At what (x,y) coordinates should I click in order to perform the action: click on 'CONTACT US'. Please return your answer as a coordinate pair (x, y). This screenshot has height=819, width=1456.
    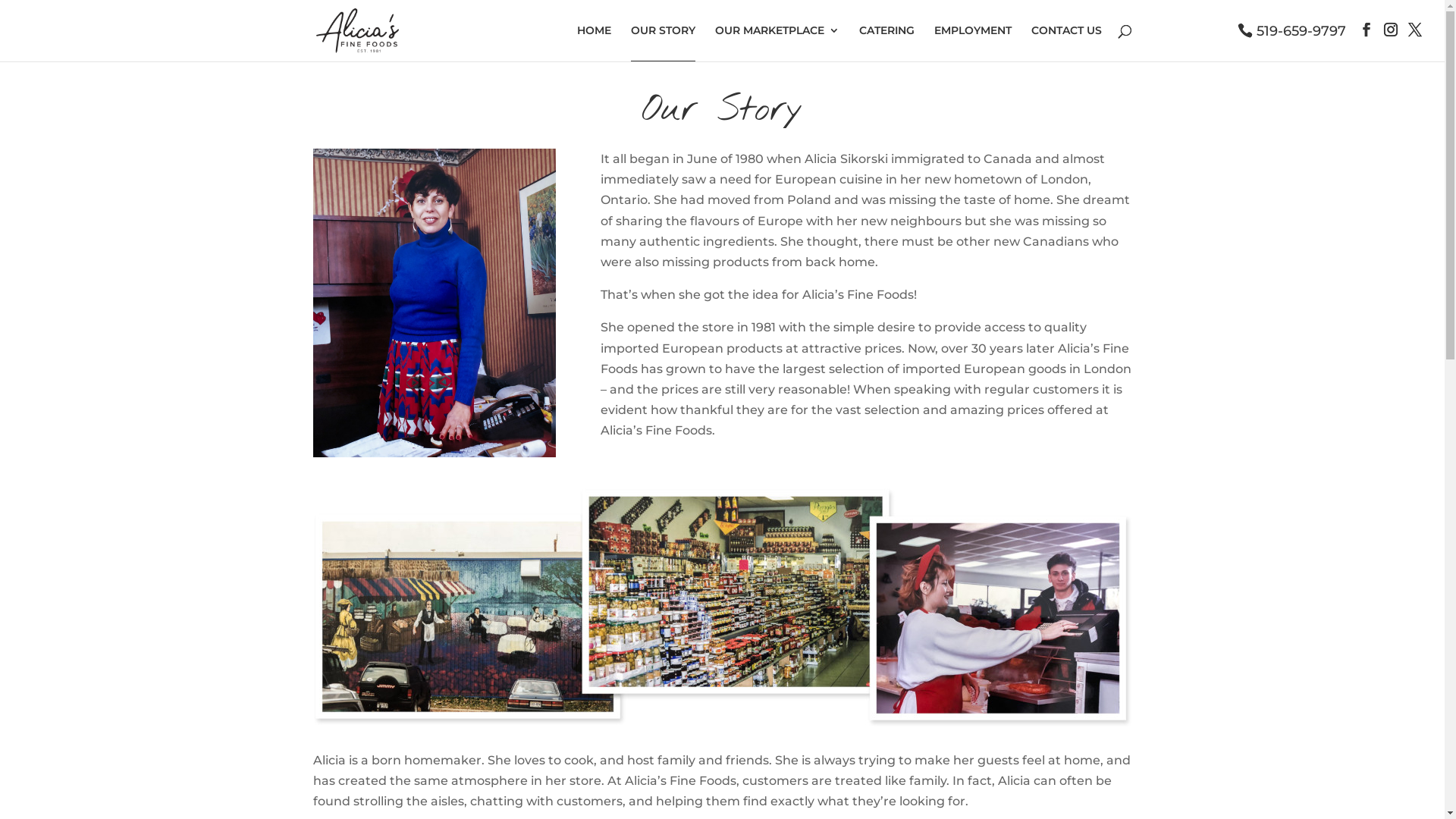
    Looking at the image, I should click on (1065, 42).